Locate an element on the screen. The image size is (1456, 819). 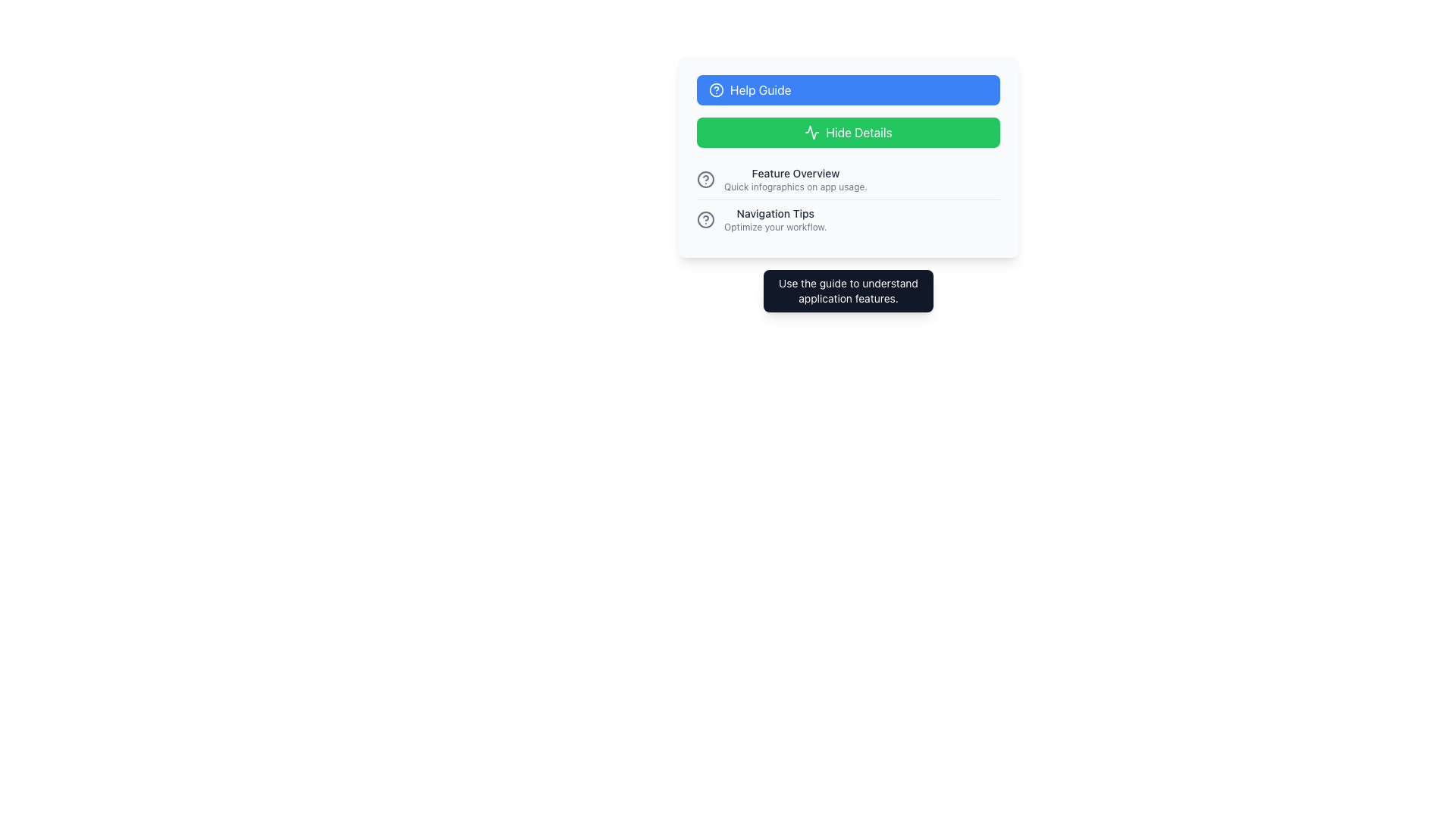
the text label displaying 'Quick infographics on app usage.' which is positioned below the title 'Feature Overview' is located at coordinates (795, 186).